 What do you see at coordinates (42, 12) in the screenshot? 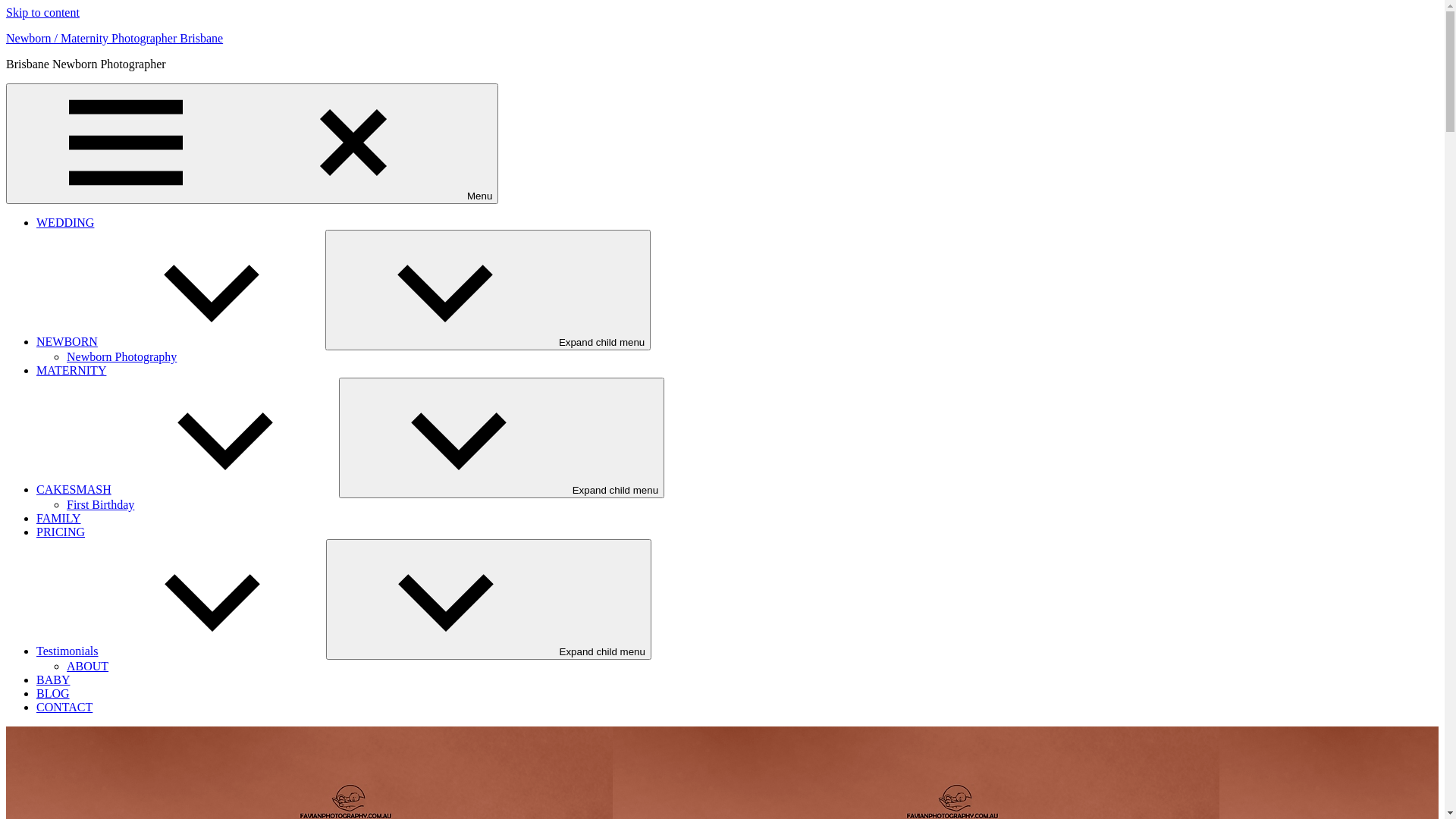
I see `'Skip to content'` at bounding box center [42, 12].